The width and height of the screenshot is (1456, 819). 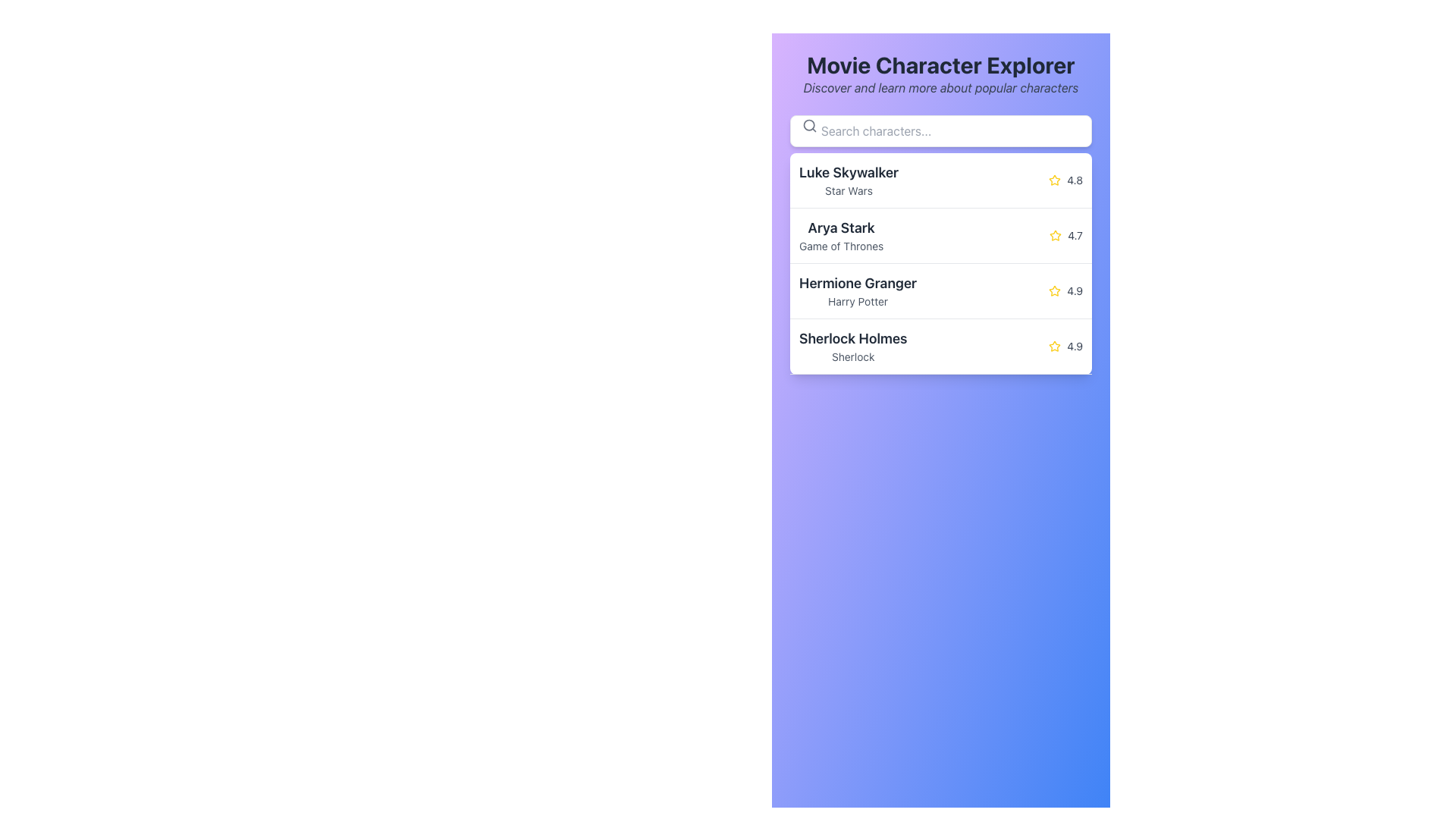 What do you see at coordinates (940, 180) in the screenshot?
I see `the first list item displaying the character profile for 'Luke Skywalker' with the subtitle 'Star Wars' and a rating of '4.8'` at bounding box center [940, 180].